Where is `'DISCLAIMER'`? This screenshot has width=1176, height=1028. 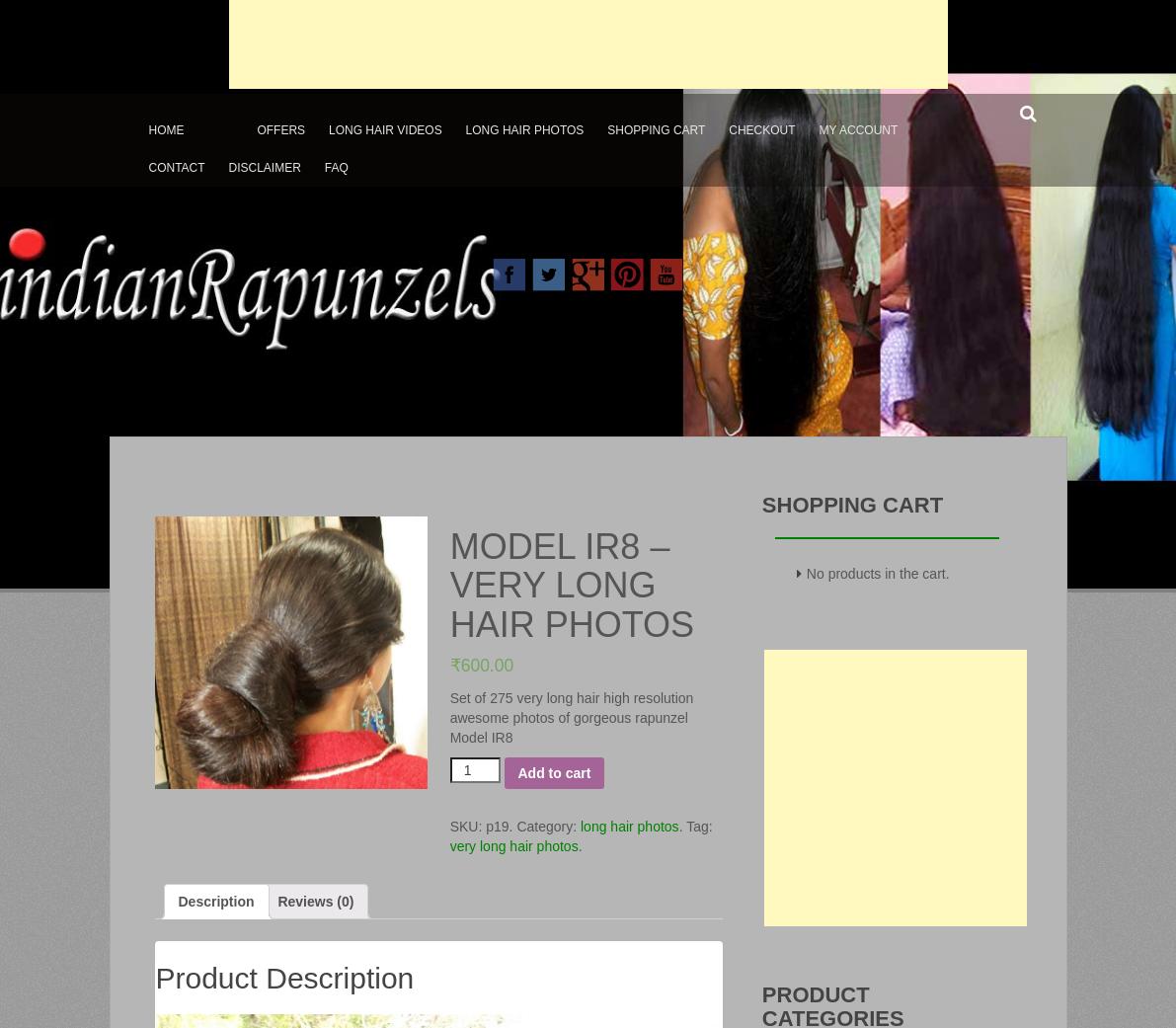
'DISCLAIMER' is located at coordinates (227, 166).